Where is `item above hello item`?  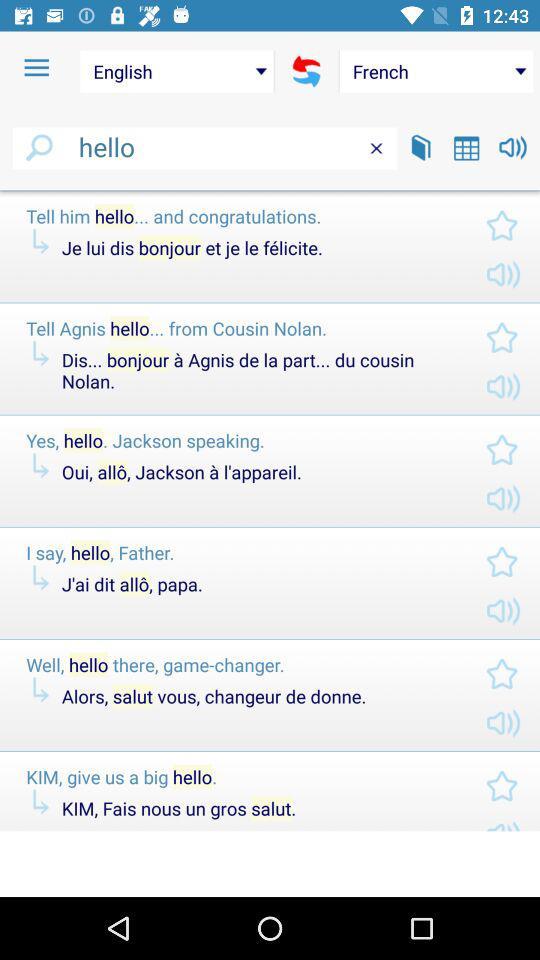 item above hello item is located at coordinates (36, 68).